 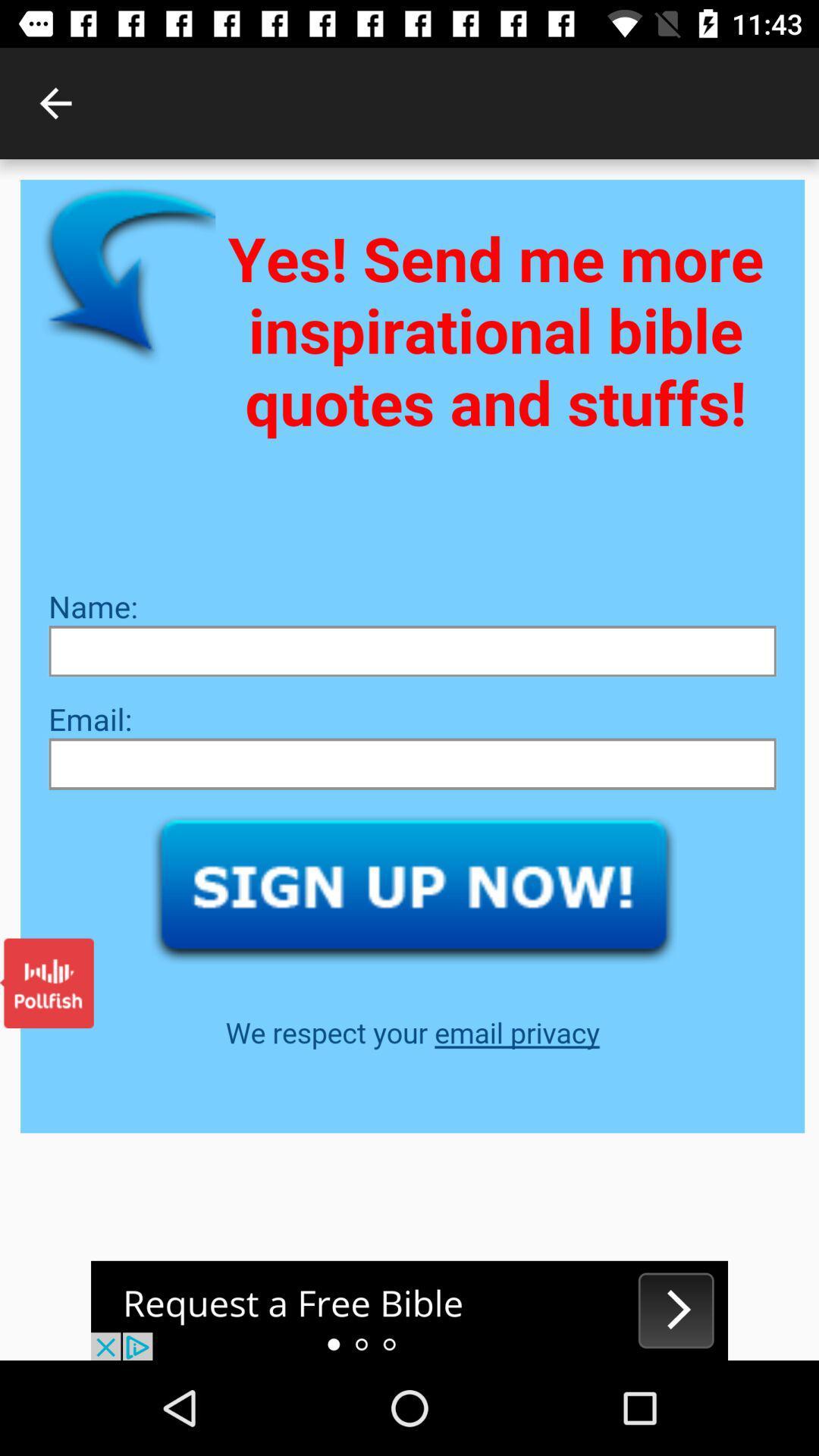 What do you see at coordinates (45, 983) in the screenshot?
I see `open pollfish` at bounding box center [45, 983].